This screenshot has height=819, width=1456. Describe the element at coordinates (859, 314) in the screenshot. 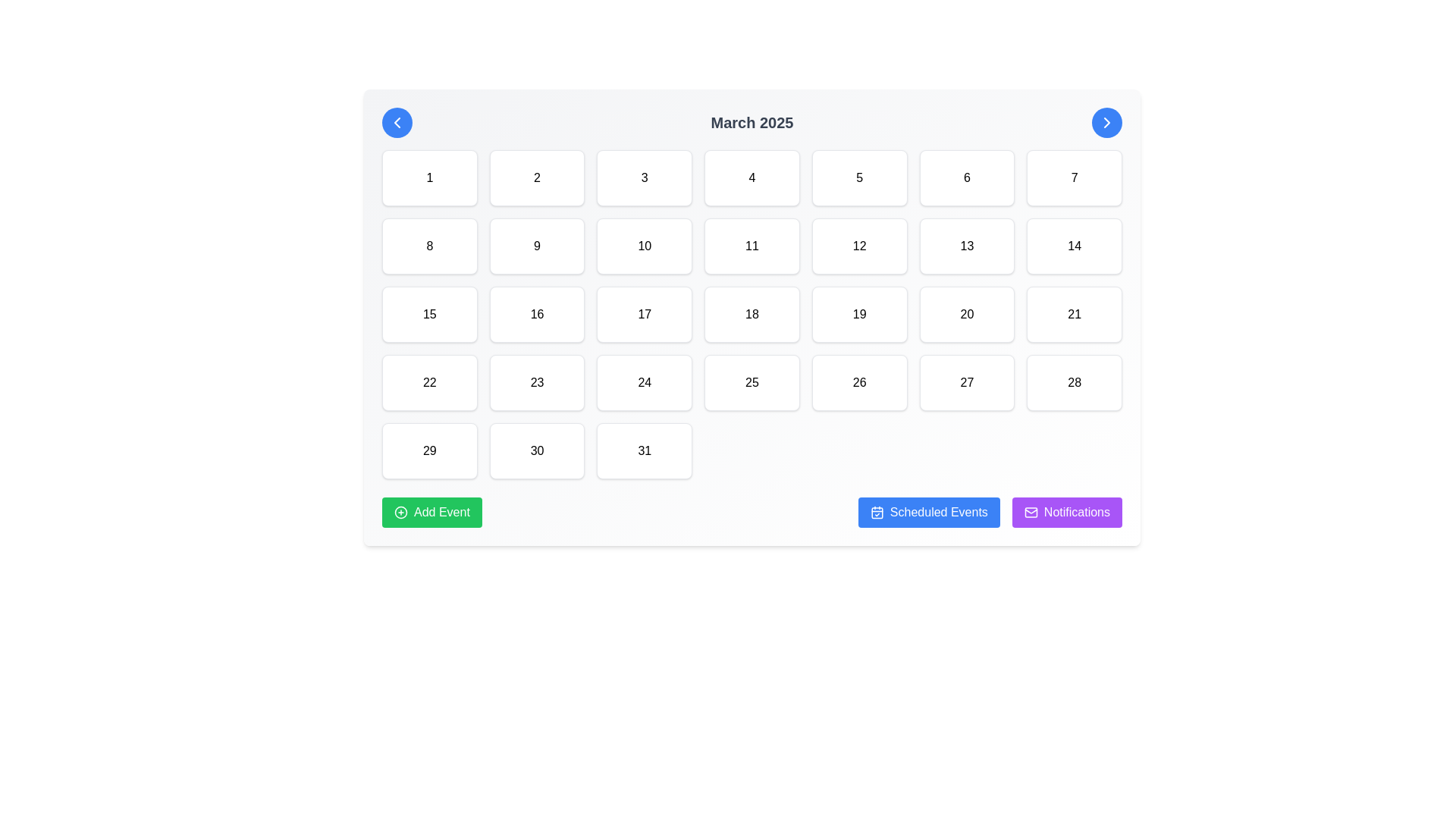

I see `the static calendar cell displaying the number '19', which is a rounded rectangle with a white background and a black number centered inside` at that location.